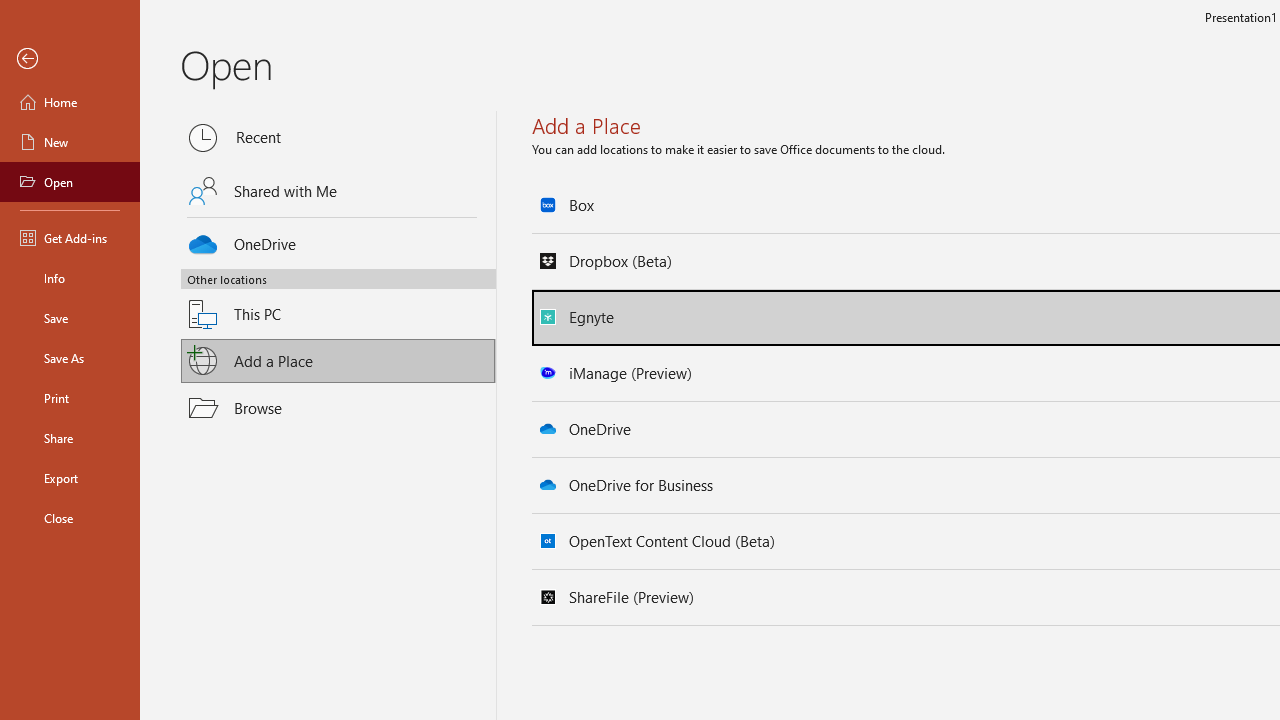 The image size is (1280, 720). What do you see at coordinates (338, 302) in the screenshot?
I see `'This PC'` at bounding box center [338, 302].